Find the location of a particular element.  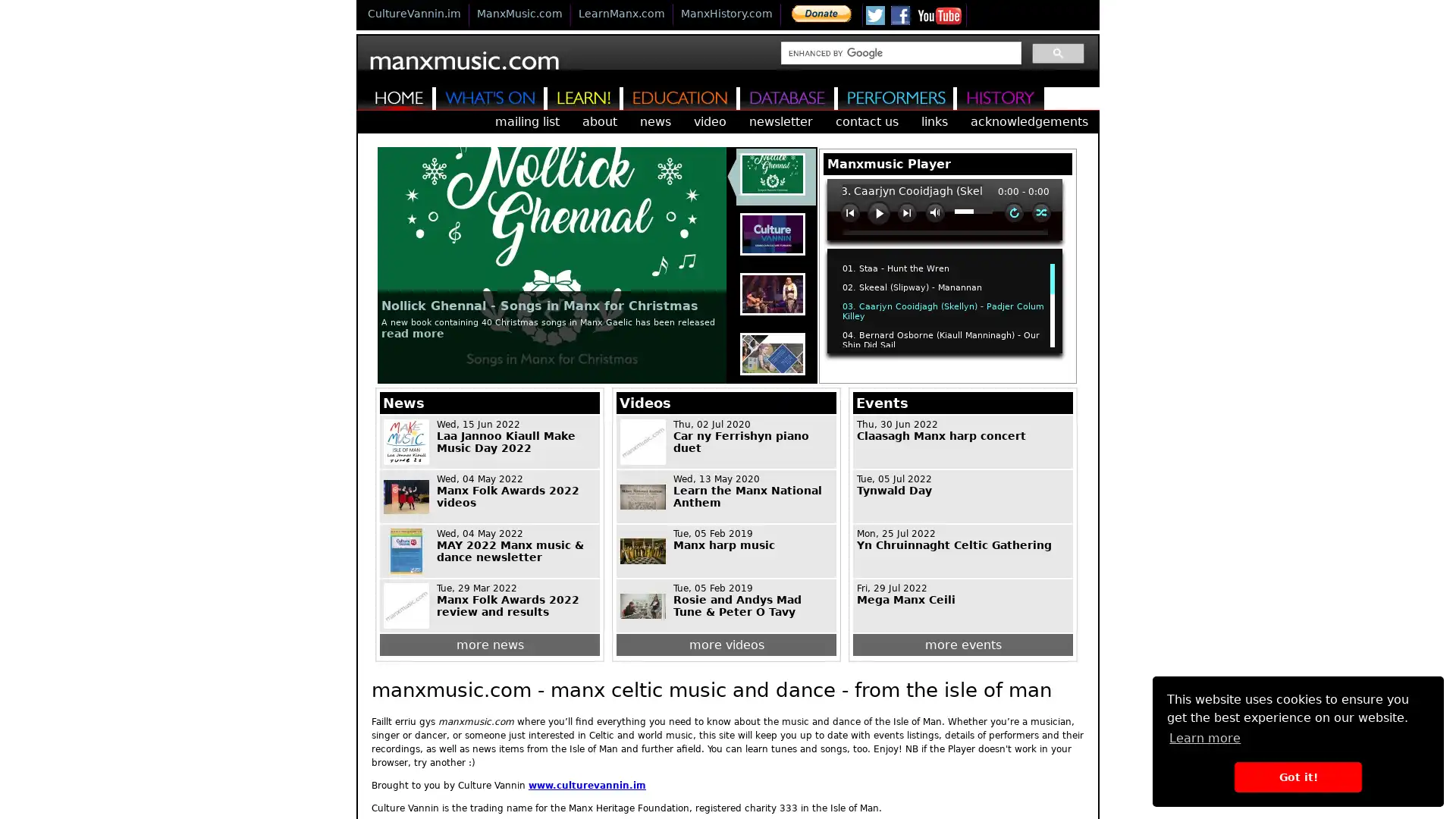

search is located at coordinates (1057, 52).